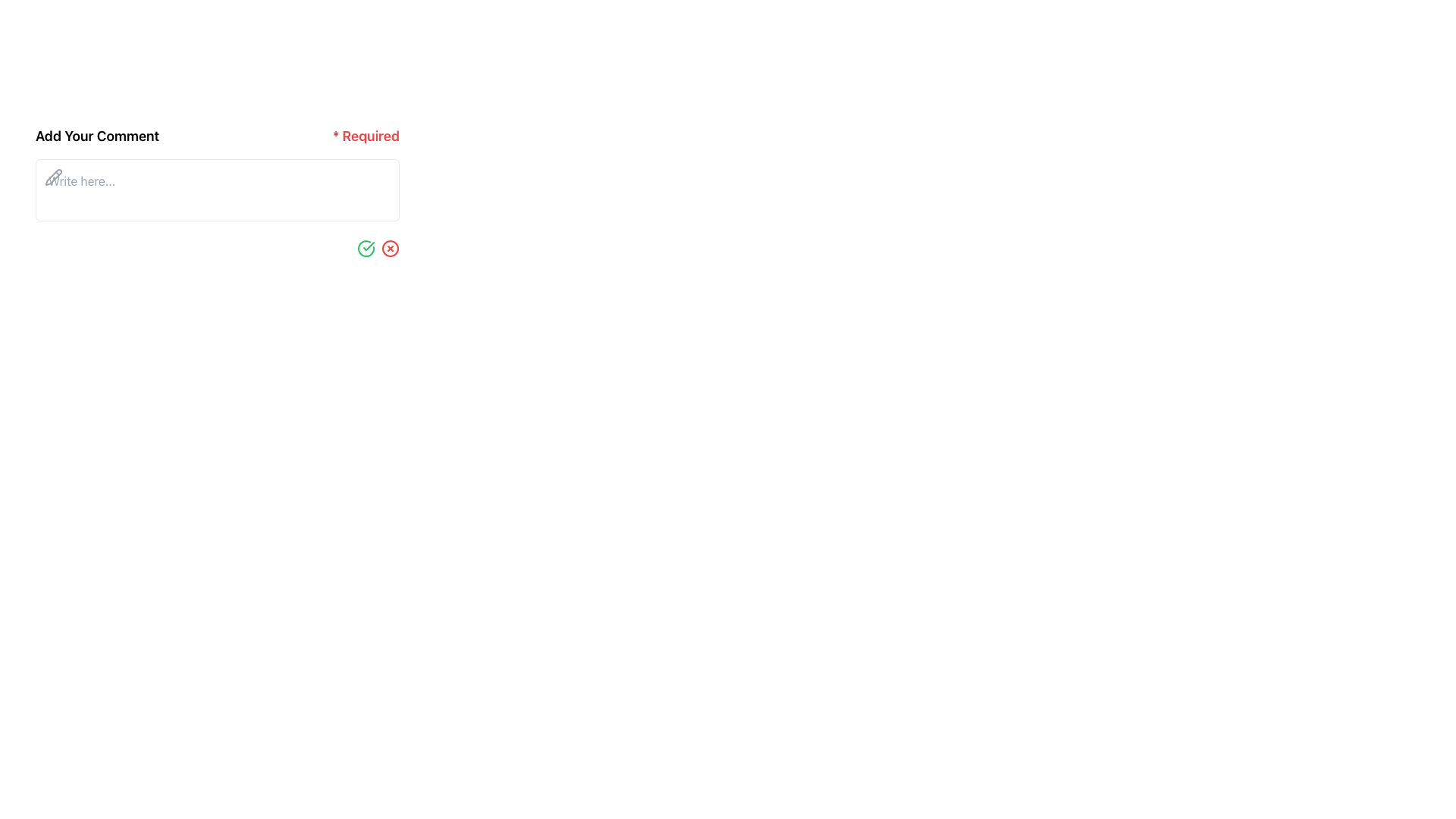 The width and height of the screenshot is (1456, 819). I want to click on the circular part of the cross icon, which is styled in red and located to the right of the 'Add Your Comment' text input field, so click(390, 247).